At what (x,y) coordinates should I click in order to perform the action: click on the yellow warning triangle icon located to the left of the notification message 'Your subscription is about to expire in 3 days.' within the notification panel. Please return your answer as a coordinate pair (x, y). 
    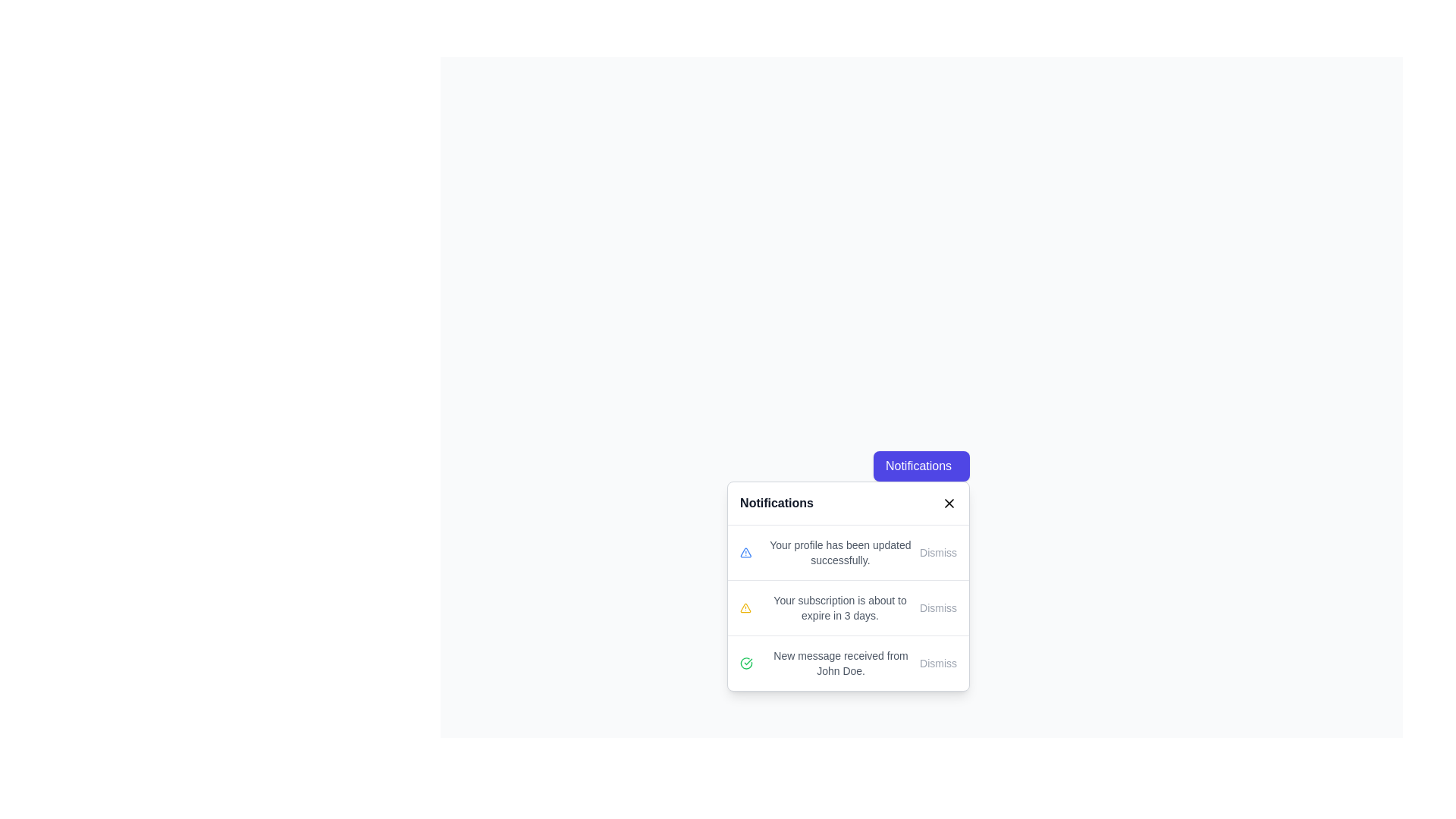
    Looking at the image, I should click on (745, 607).